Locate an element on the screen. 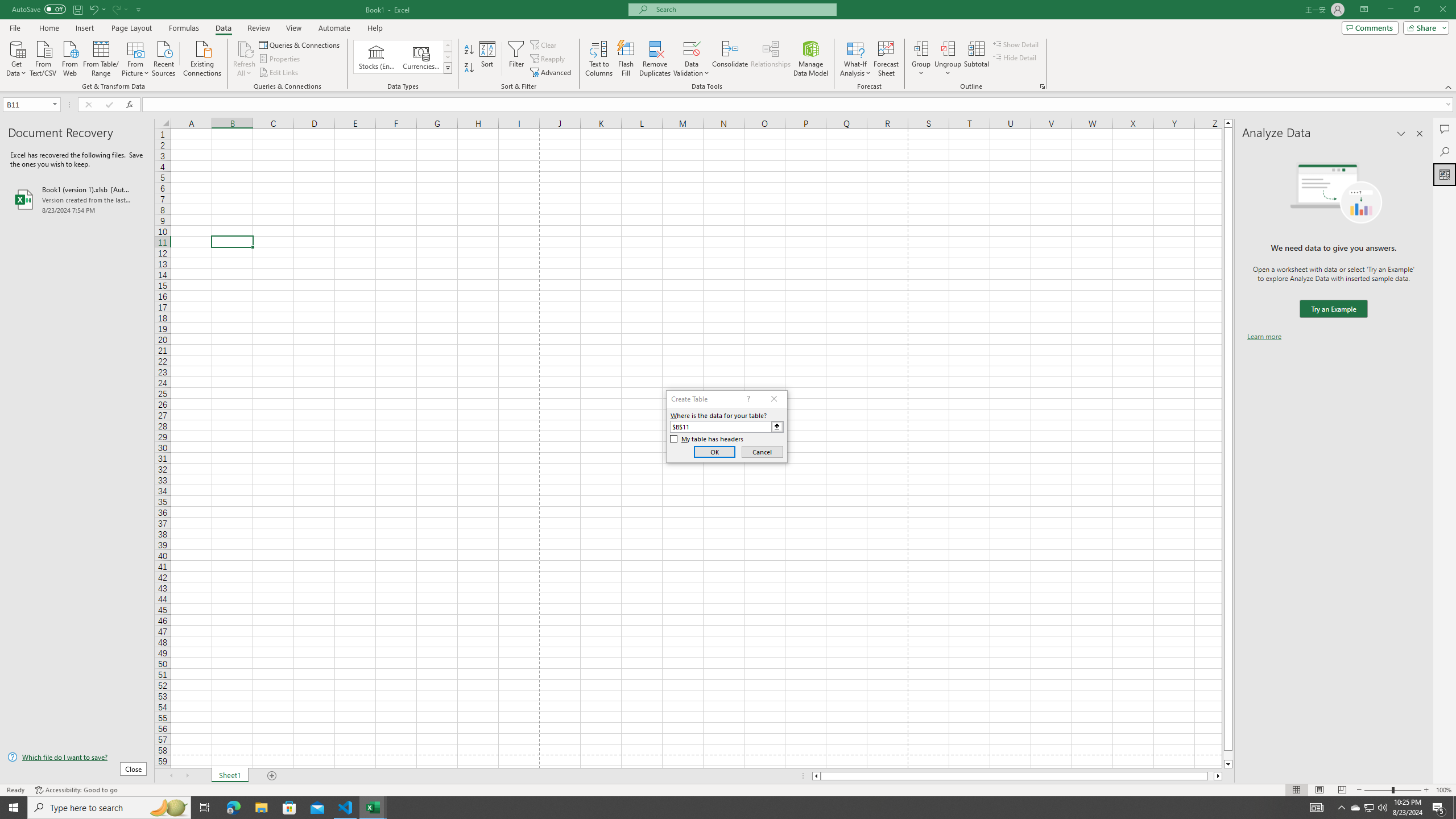  'What-If Analysis' is located at coordinates (855, 59).